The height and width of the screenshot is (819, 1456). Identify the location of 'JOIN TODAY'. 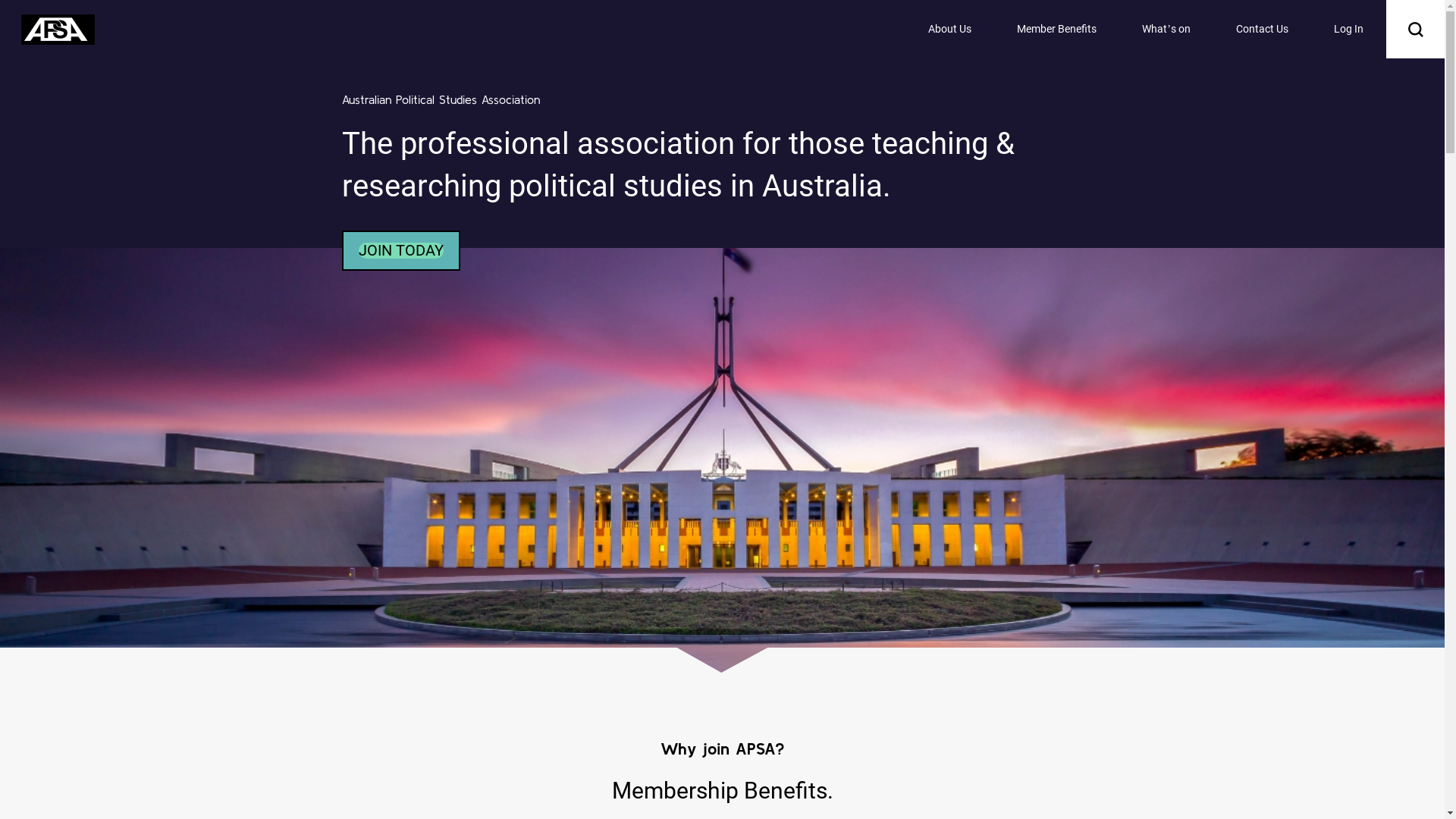
(400, 249).